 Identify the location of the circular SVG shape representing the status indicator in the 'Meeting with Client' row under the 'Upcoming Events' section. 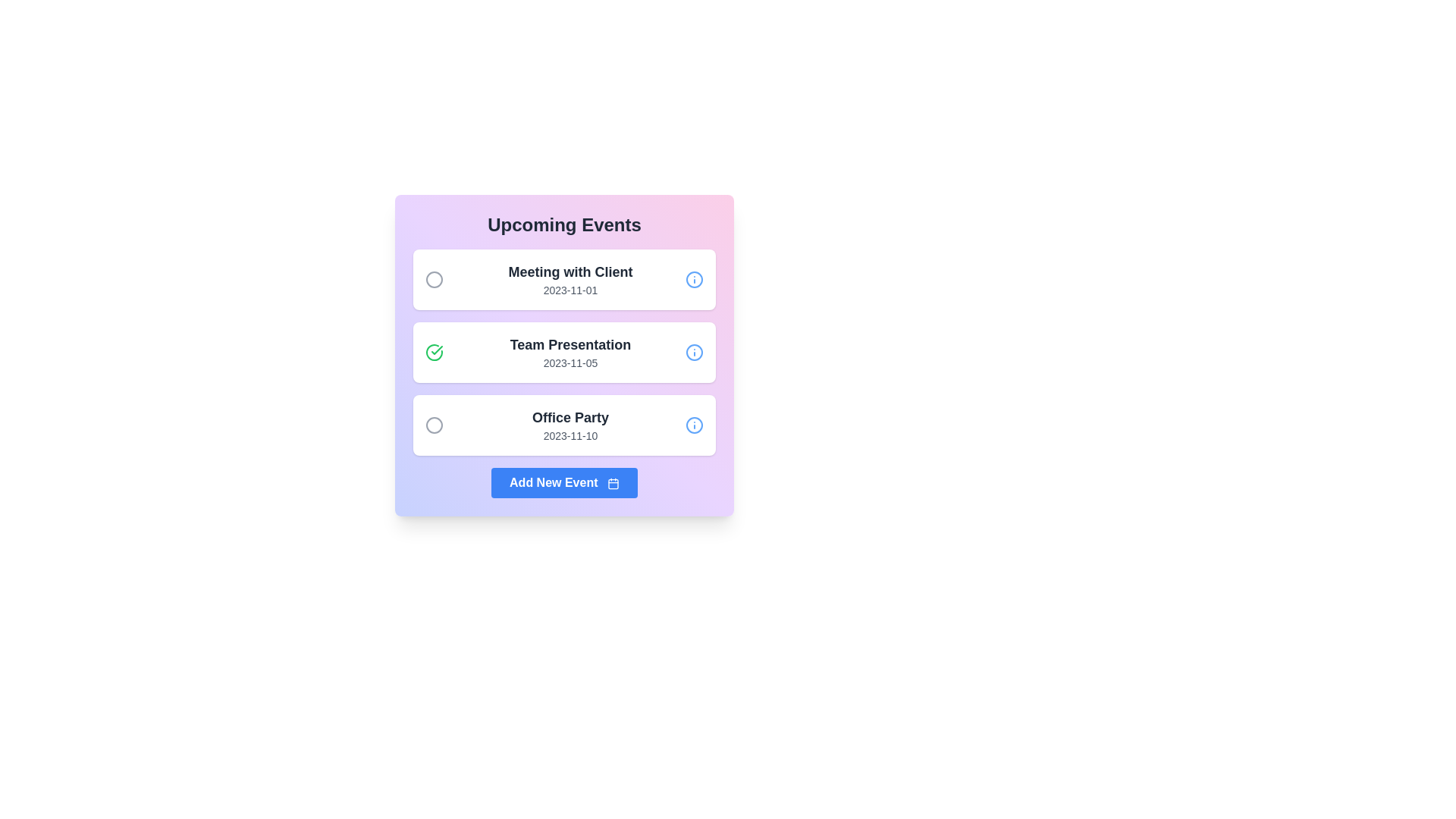
(433, 280).